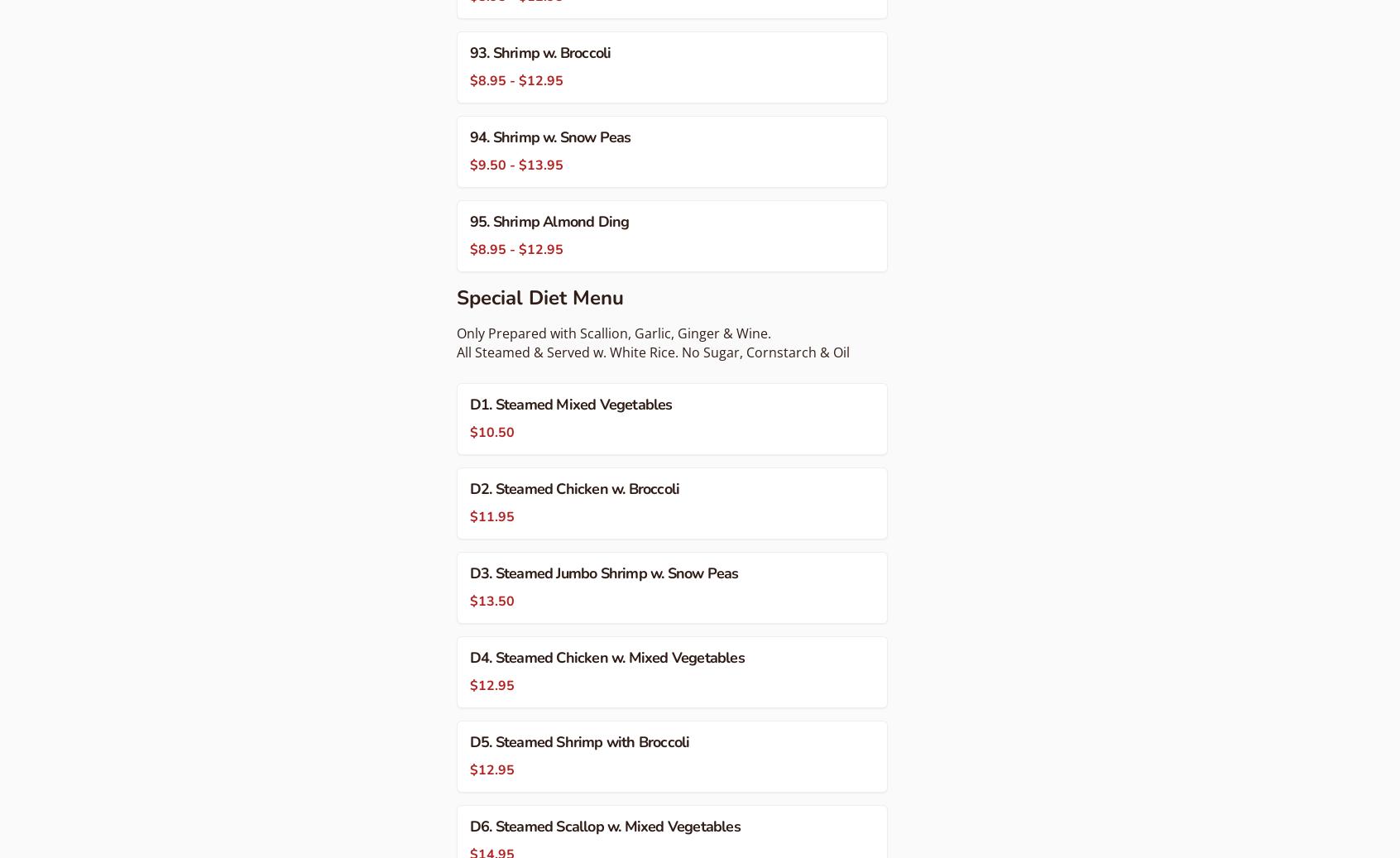 The image size is (1400, 858). What do you see at coordinates (469, 657) in the screenshot?
I see `'D4.  Steamed Chicken w. Mixed Vegetables'` at bounding box center [469, 657].